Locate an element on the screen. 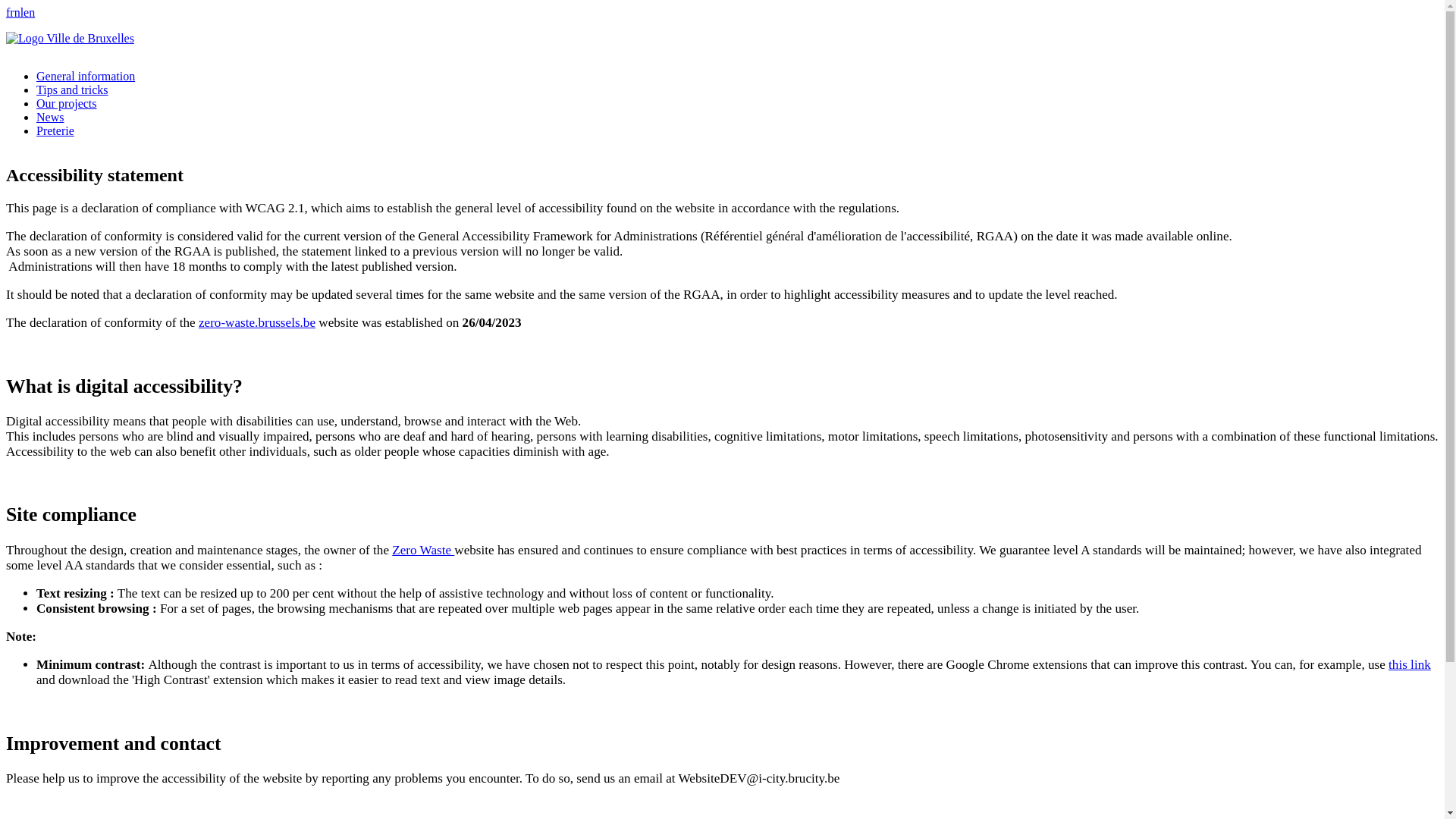 The image size is (1456, 819). 'Tips and tricks' is located at coordinates (36, 89).